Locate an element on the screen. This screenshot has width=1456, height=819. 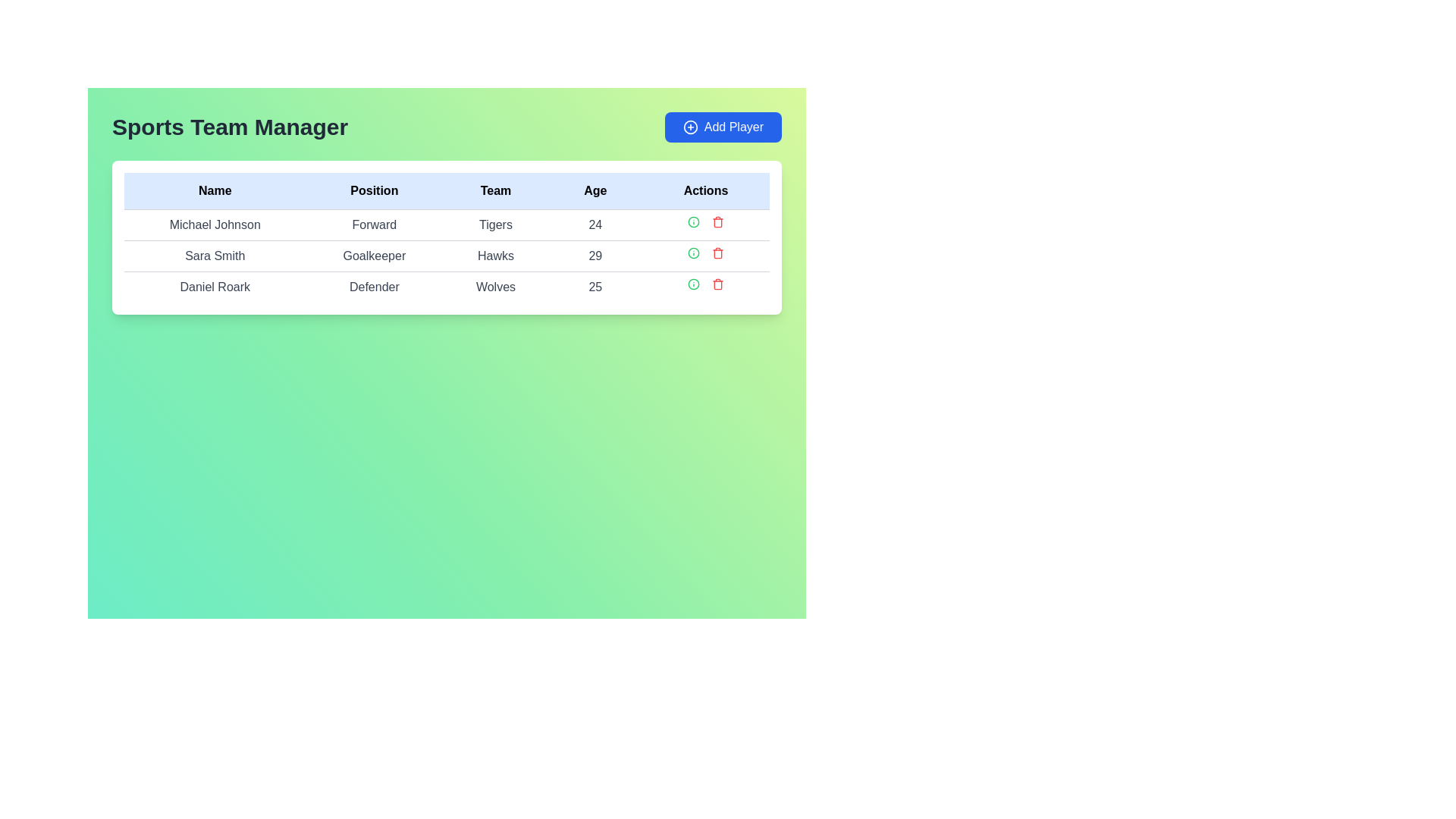
the green outlined circle icon button is located at coordinates (692, 253).